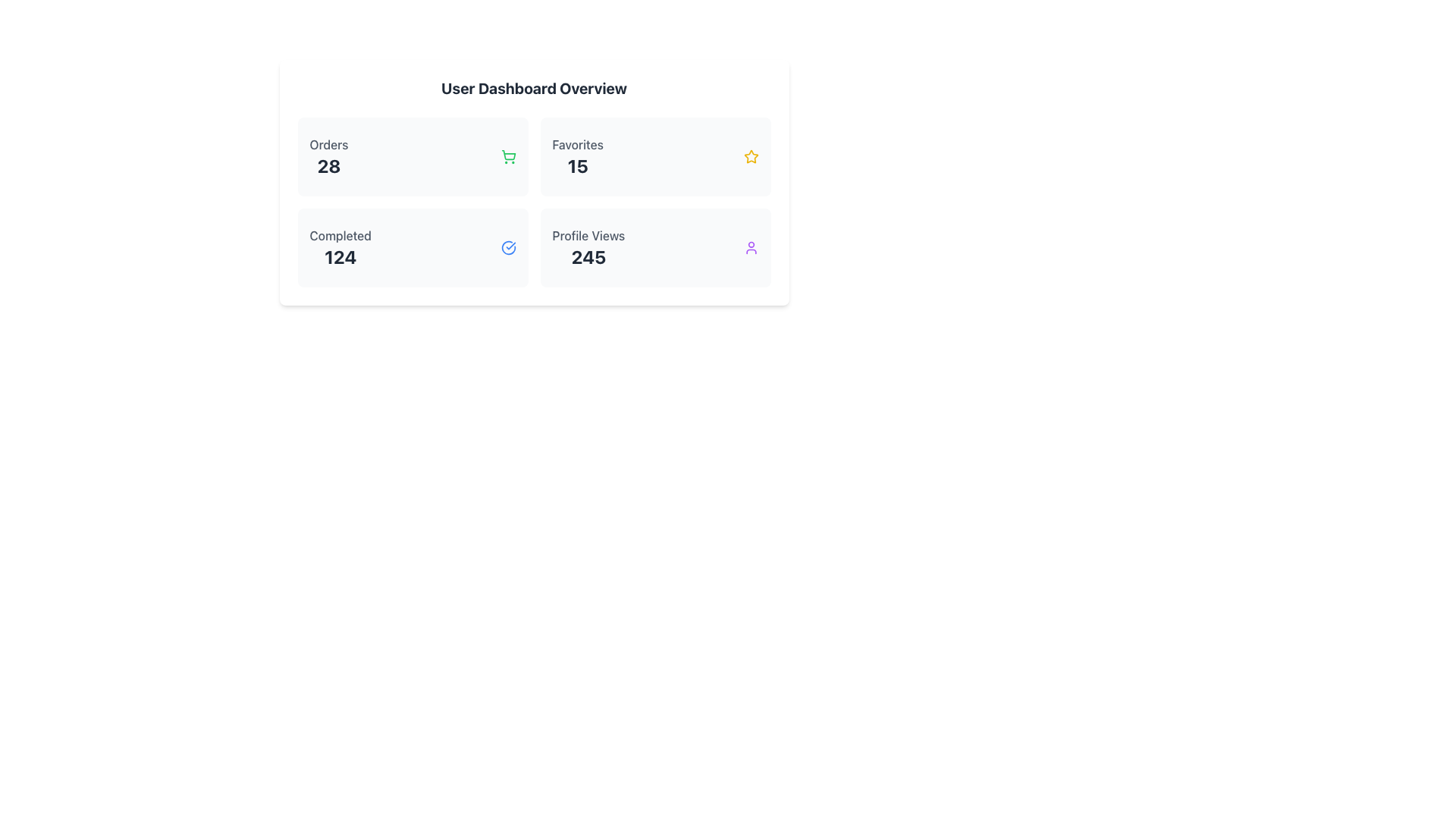 The image size is (1456, 819). What do you see at coordinates (655, 247) in the screenshot?
I see `the 'Profile Views' Info Card element, which is the fourth card in a grid layout with a light gray background and rounded corners` at bounding box center [655, 247].